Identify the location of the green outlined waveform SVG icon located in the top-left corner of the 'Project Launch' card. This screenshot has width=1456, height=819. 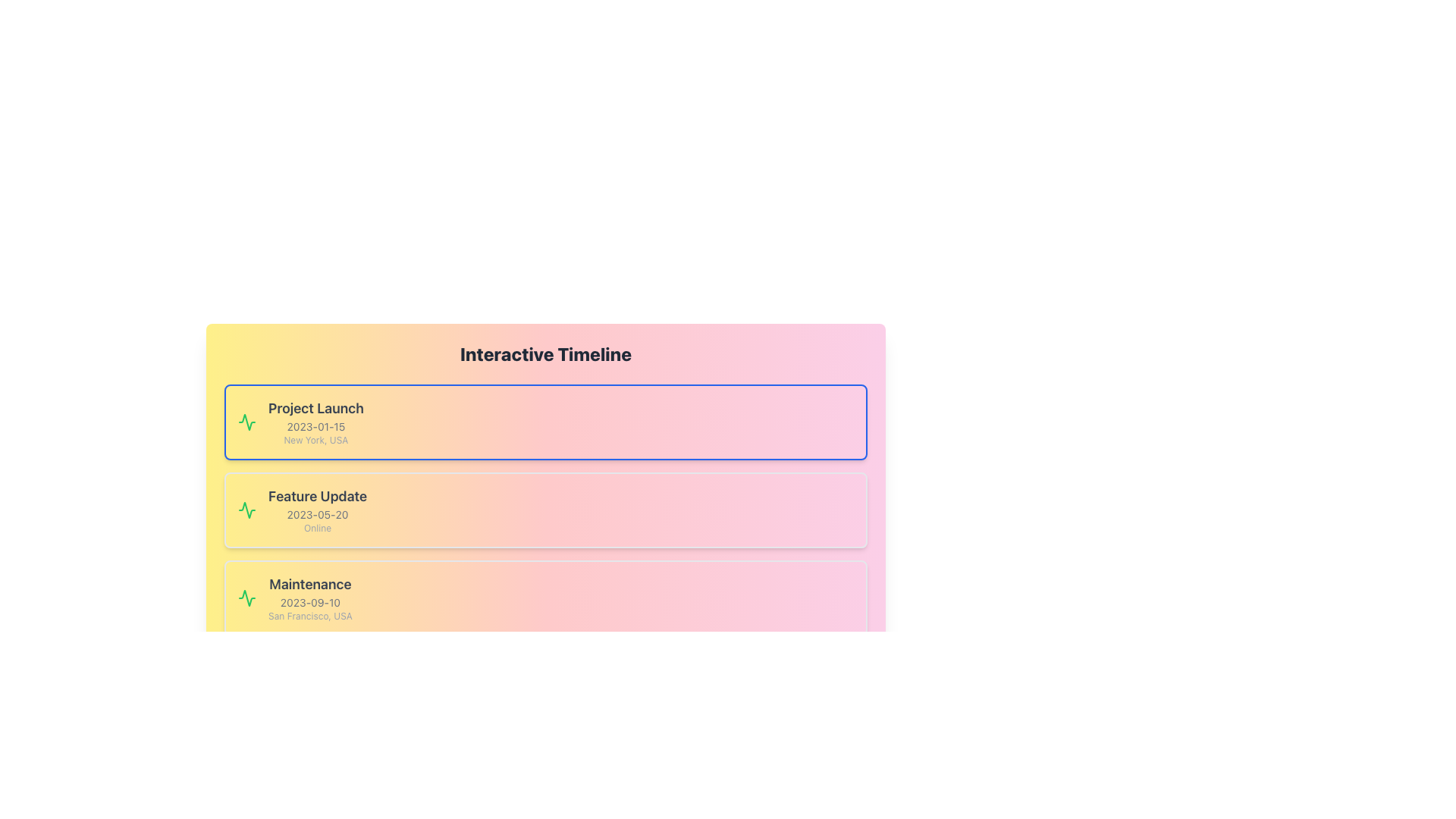
(247, 598).